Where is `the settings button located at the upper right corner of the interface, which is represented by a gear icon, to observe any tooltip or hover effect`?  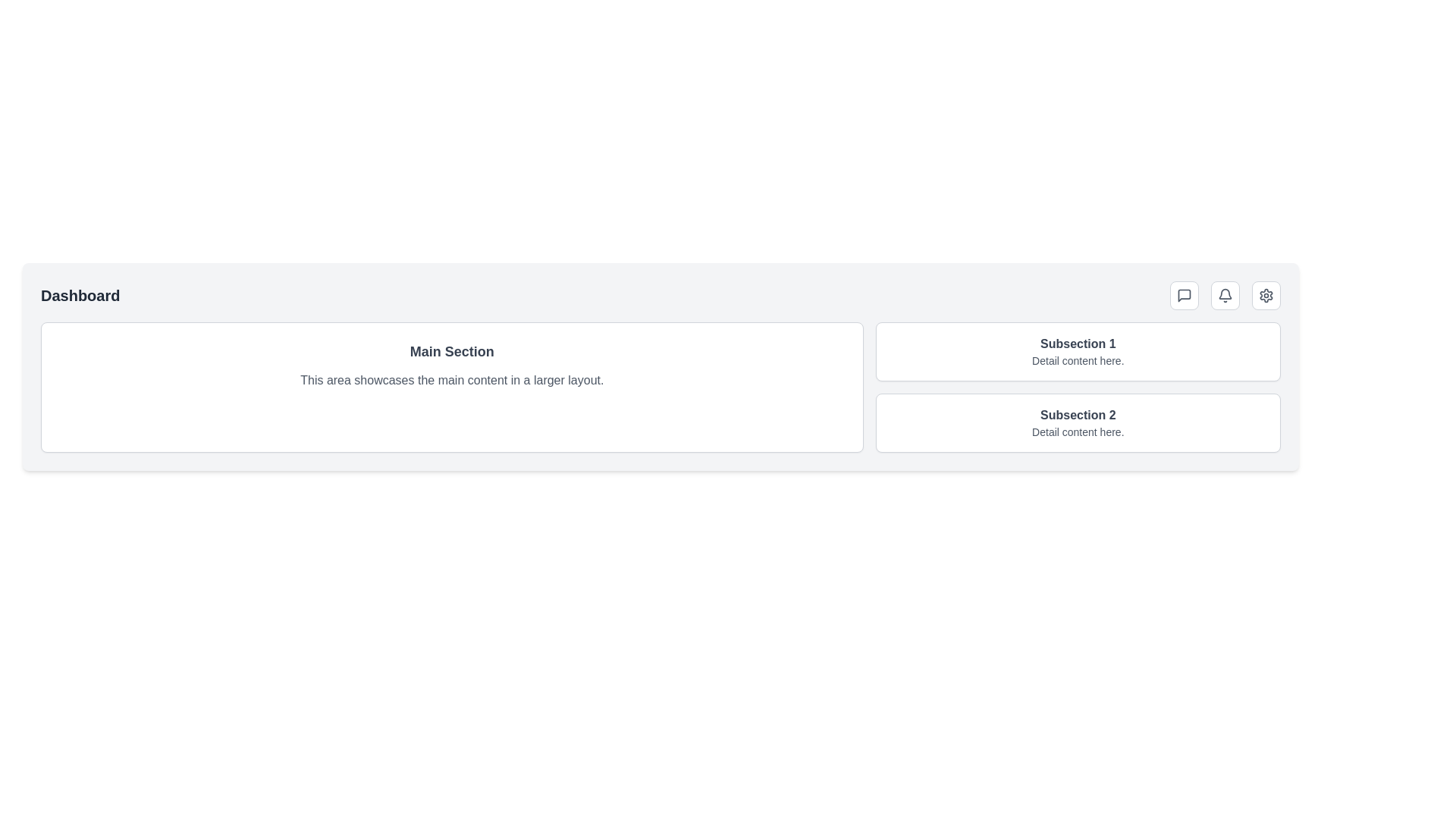
the settings button located at the upper right corner of the interface, which is represented by a gear icon, to observe any tooltip or hover effect is located at coordinates (1266, 295).